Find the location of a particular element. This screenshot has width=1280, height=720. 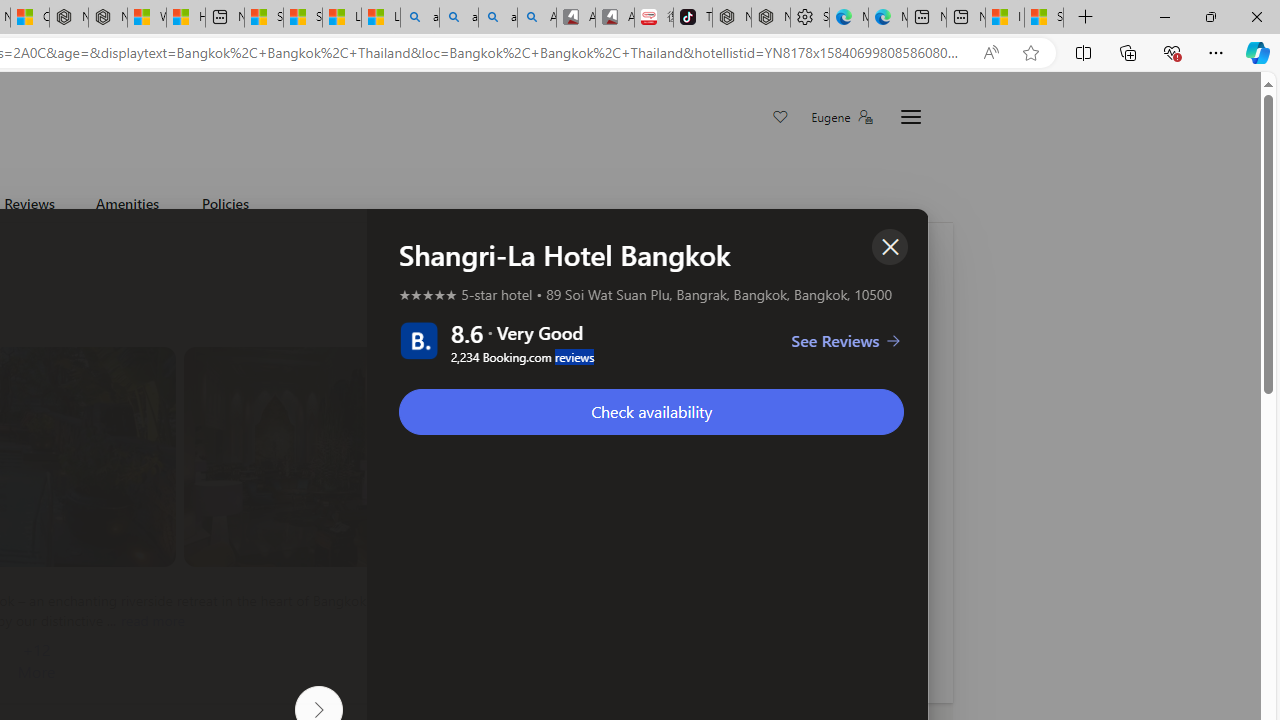

'Nordace Siena Pro 15 Backpack' is located at coordinates (769, 17).